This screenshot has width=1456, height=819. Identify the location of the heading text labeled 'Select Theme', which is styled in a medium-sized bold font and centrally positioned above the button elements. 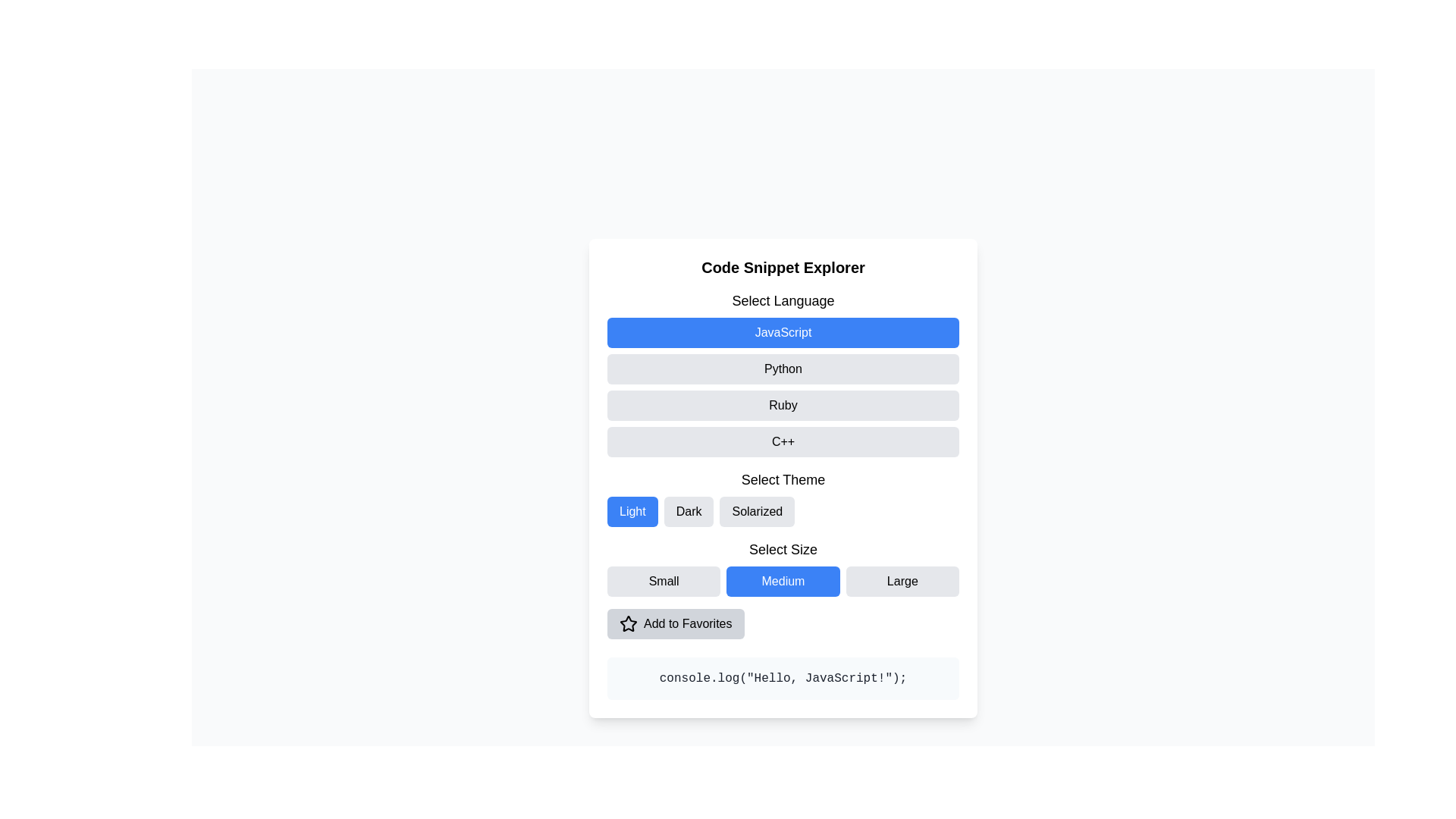
(783, 479).